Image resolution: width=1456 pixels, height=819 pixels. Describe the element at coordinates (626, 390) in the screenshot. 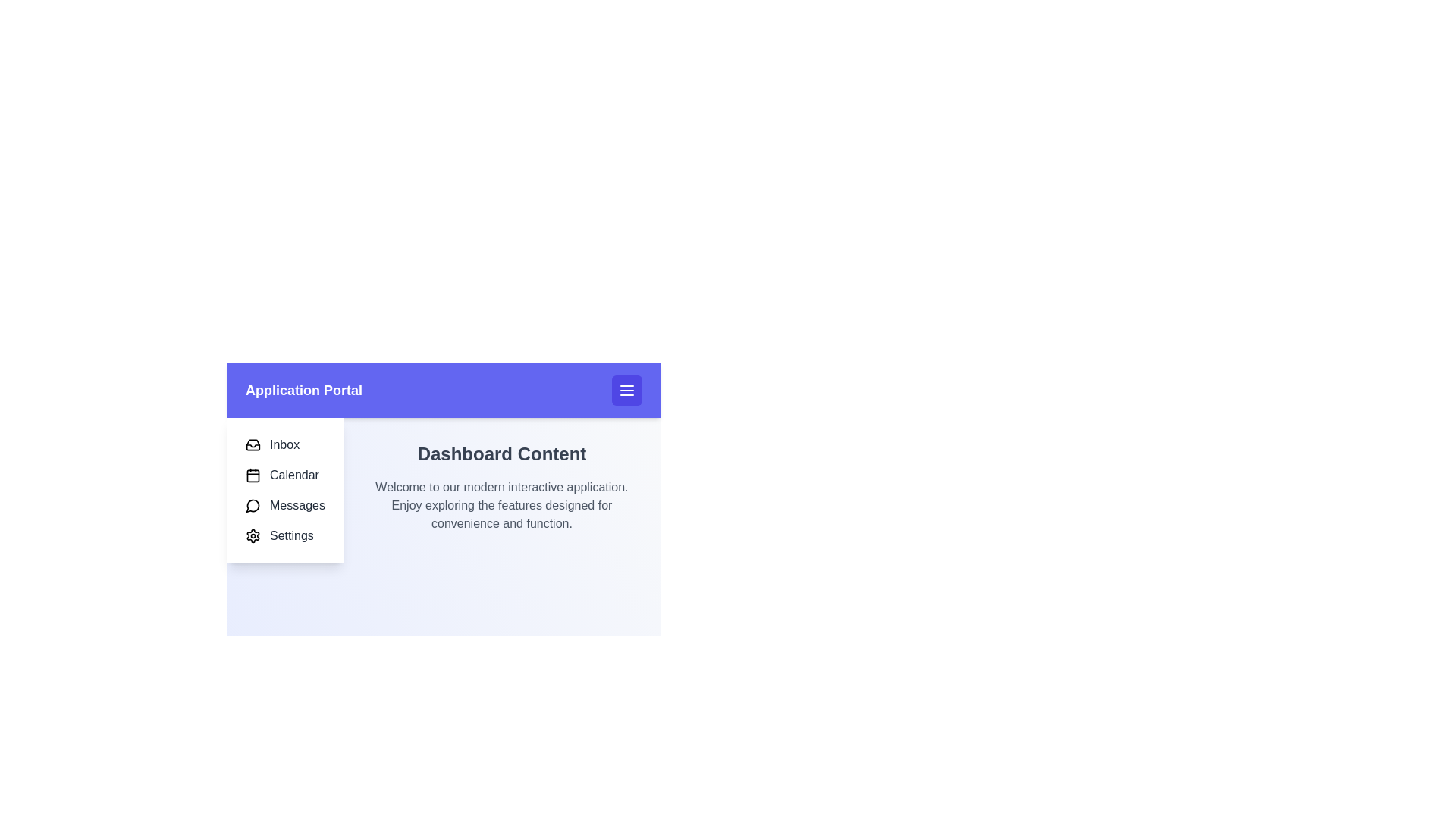

I see `the menu icon located at the top-right corner of the interface within a purple button` at that location.